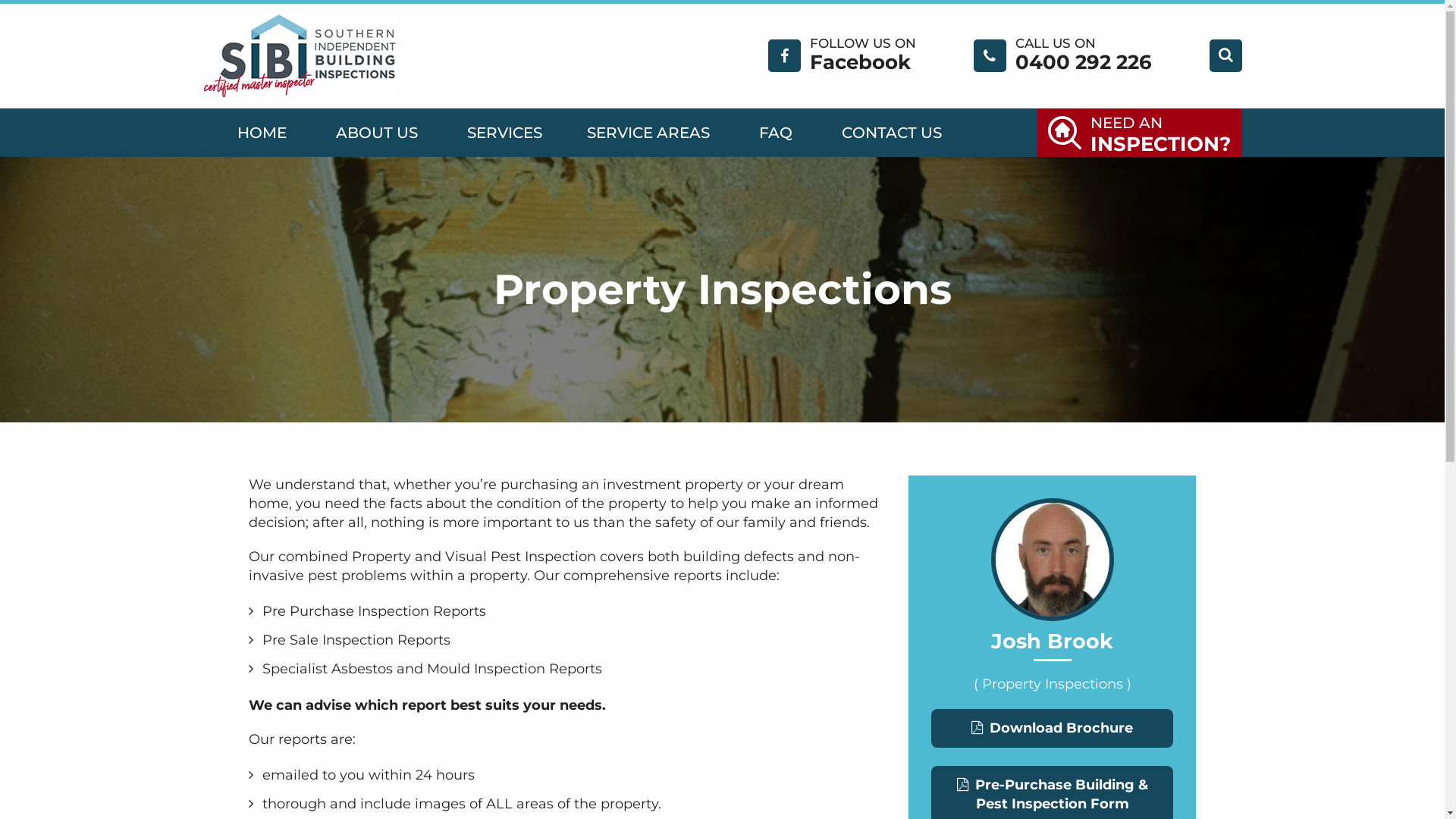 The height and width of the screenshot is (819, 1456). I want to click on 'FAQ', so click(775, 131).